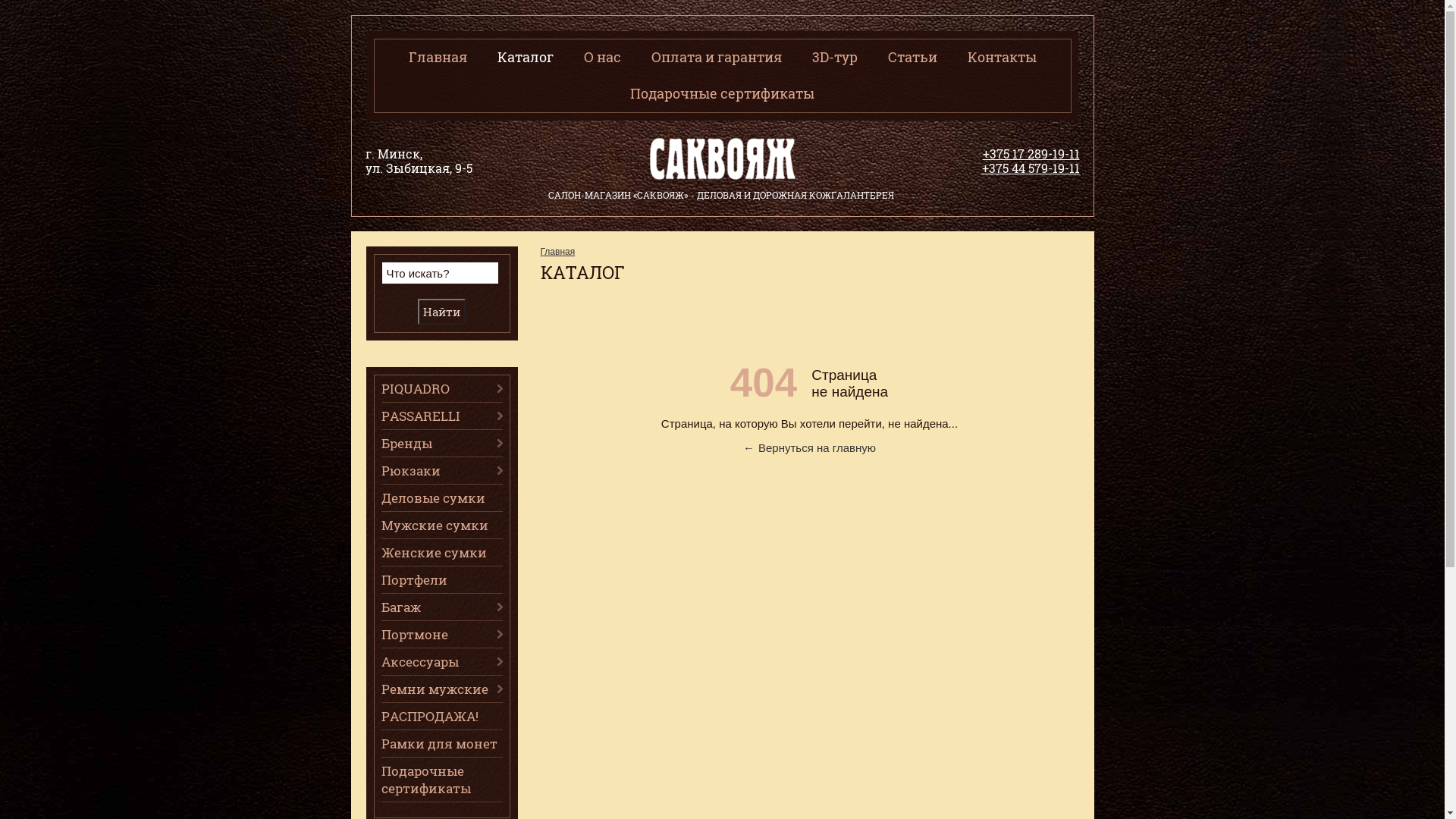 Image resolution: width=1456 pixels, height=819 pixels. Describe the element at coordinates (440, 388) in the screenshot. I see `'PIQUADRO'` at that location.